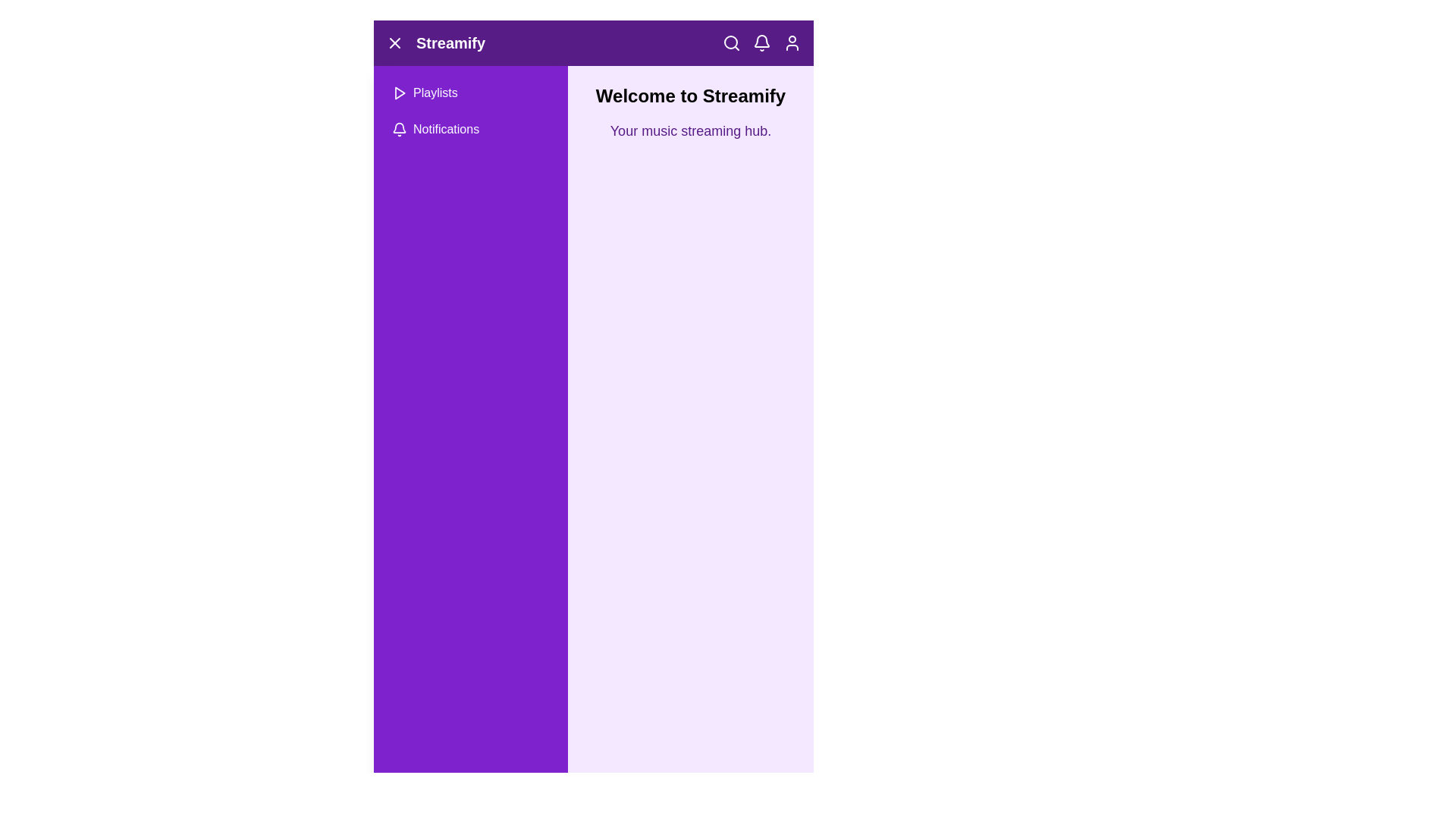 The width and height of the screenshot is (1456, 819). I want to click on the 'Notifications' button, which is a purple rectangular button containing a bell icon and the text 'Notifications', located in the vertical sidebar beneath the 'Playlists' button, so click(469, 128).